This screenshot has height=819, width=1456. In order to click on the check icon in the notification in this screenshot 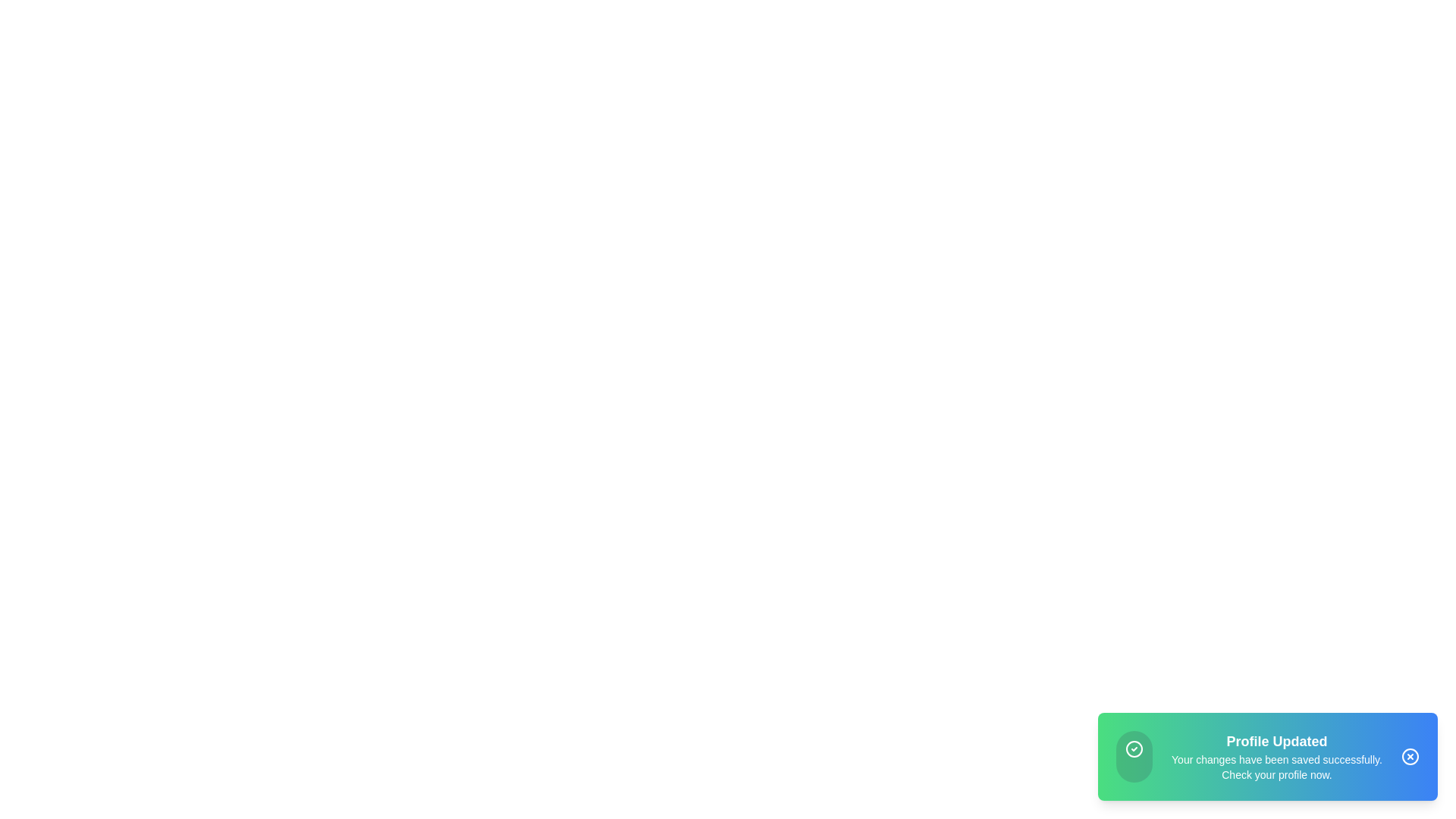, I will do `click(1134, 748)`.